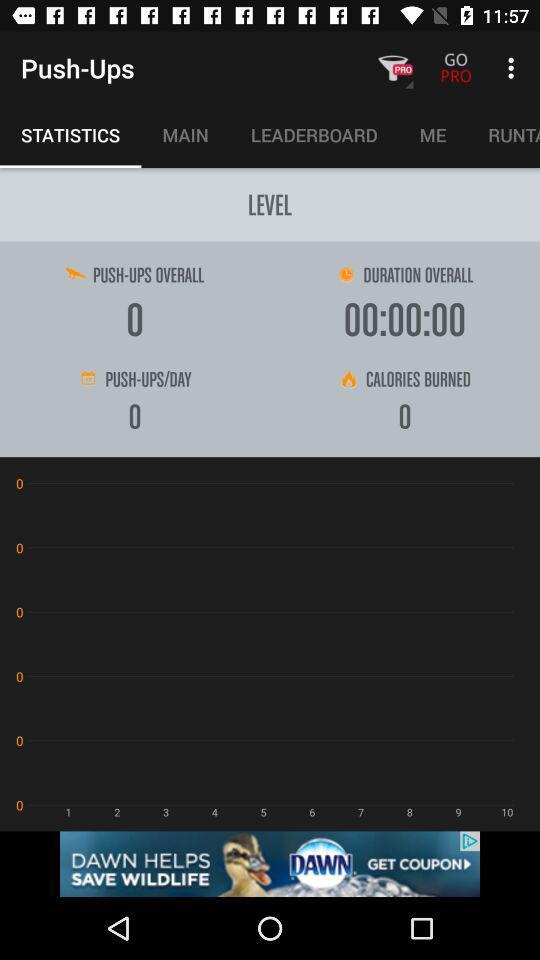  I want to click on follow the banner, so click(270, 863).